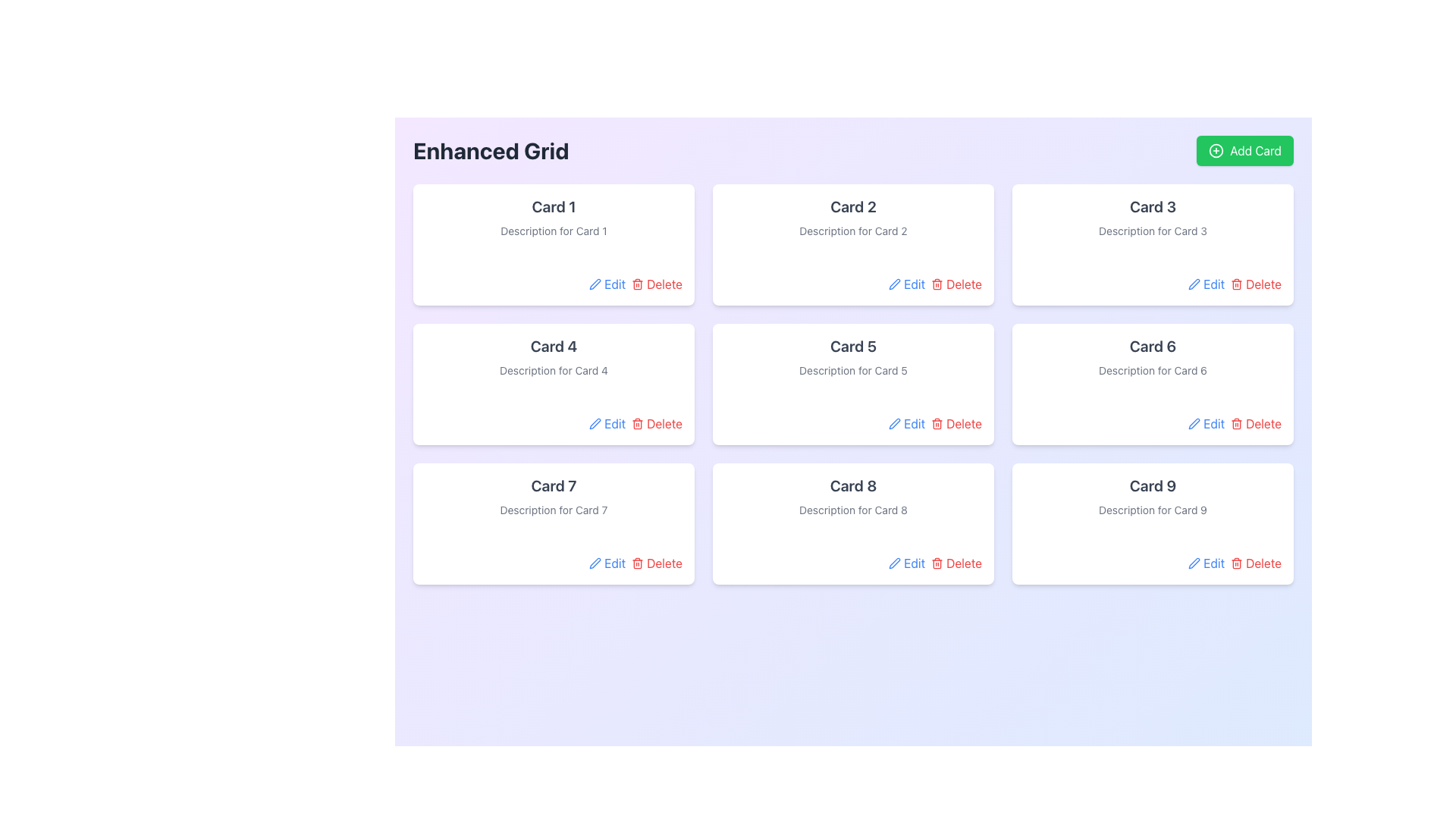 Image resolution: width=1456 pixels, height=819 pixels. Describe the element at coordinates (853, 510) in the screenshot. I see `Text label providing descriptive information beneath the header 'Card 8' in the third row, center column of the grid layout` at that location.